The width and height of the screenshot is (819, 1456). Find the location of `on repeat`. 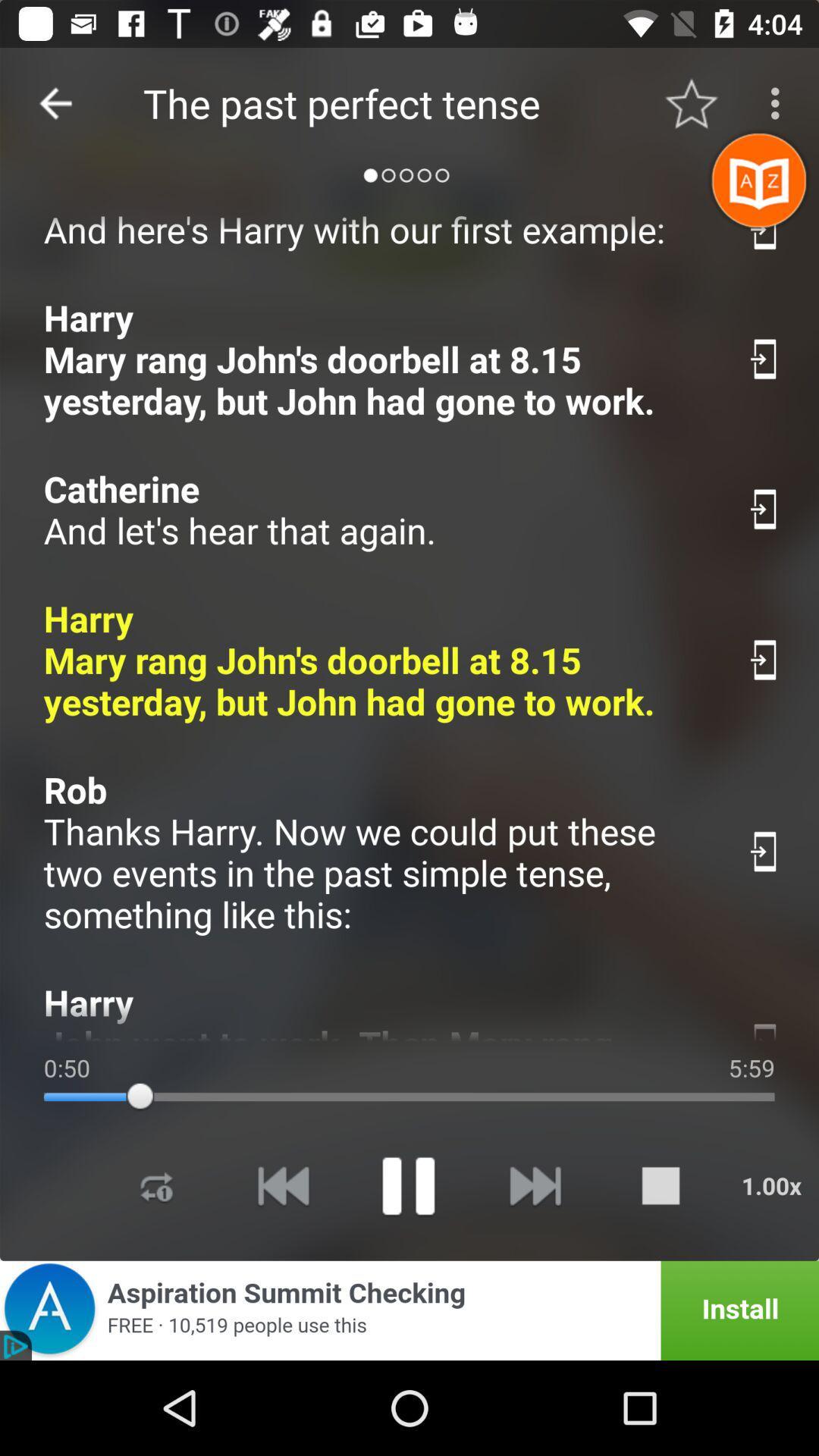

on repeat is located at coordinates (157, 1185).